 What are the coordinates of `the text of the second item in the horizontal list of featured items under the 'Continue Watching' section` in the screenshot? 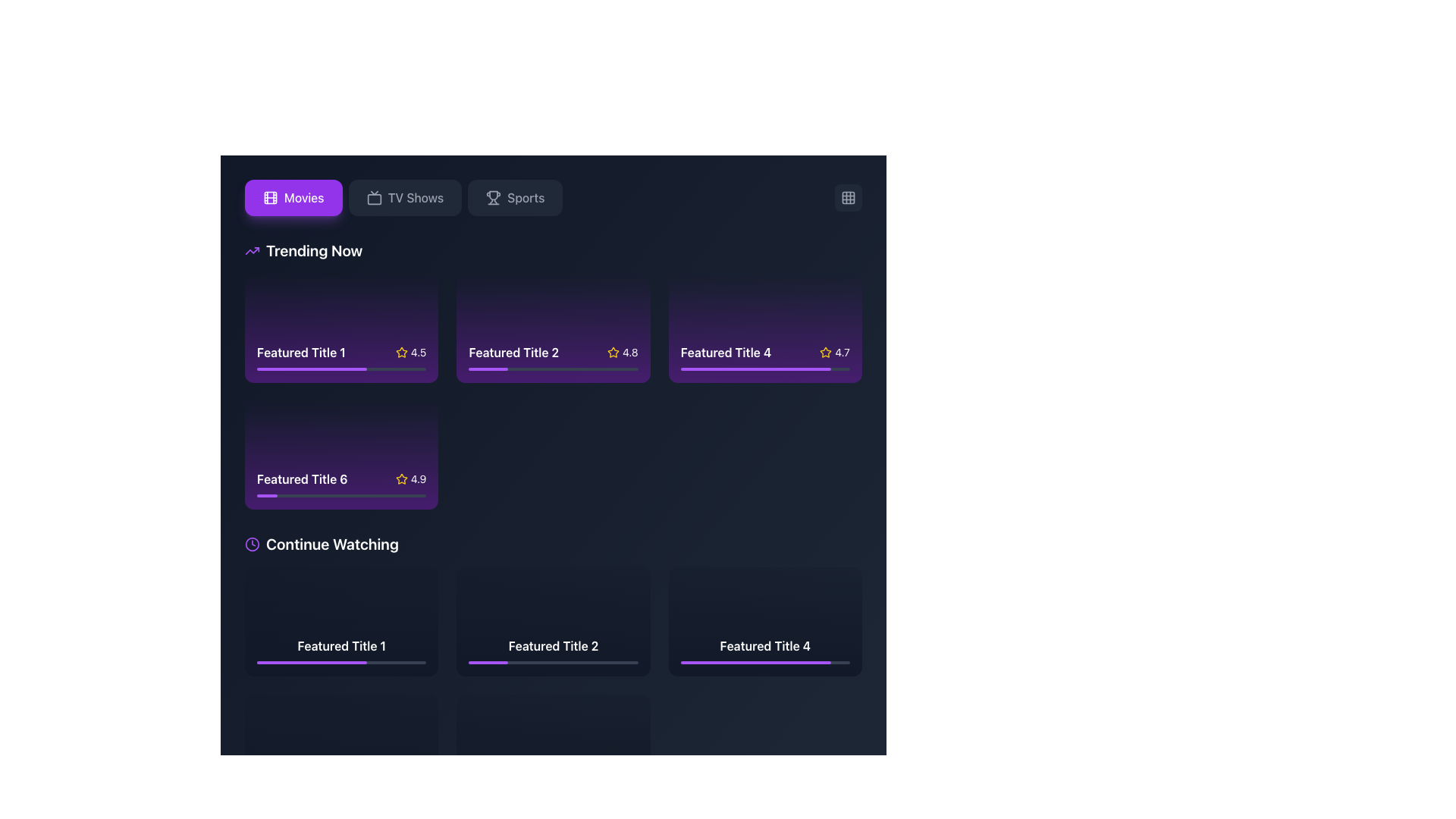 It's located at (552, 649).